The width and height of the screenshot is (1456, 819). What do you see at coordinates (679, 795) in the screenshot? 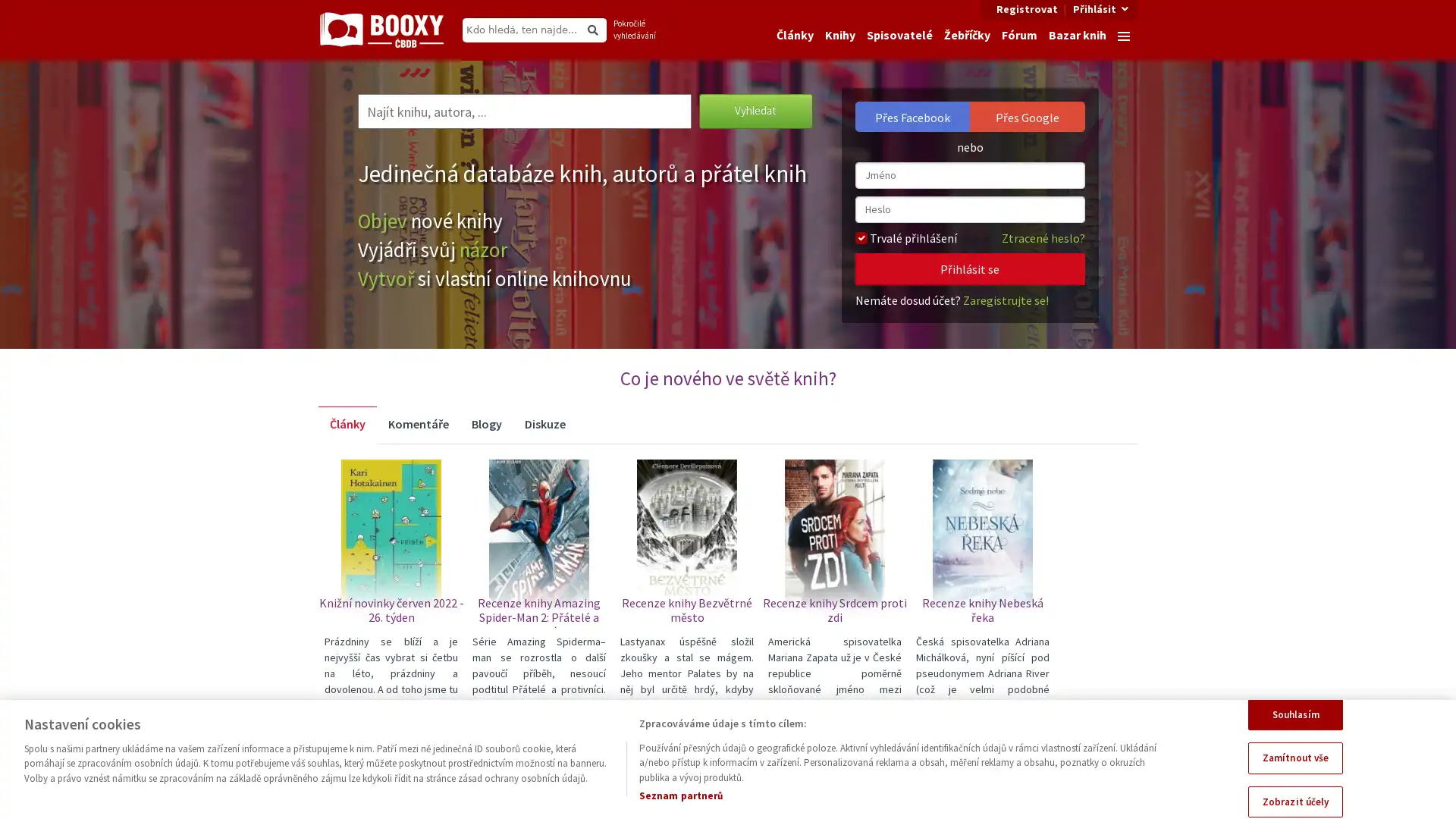
I see `Seznam partneru` at bounding box center [679, 795].